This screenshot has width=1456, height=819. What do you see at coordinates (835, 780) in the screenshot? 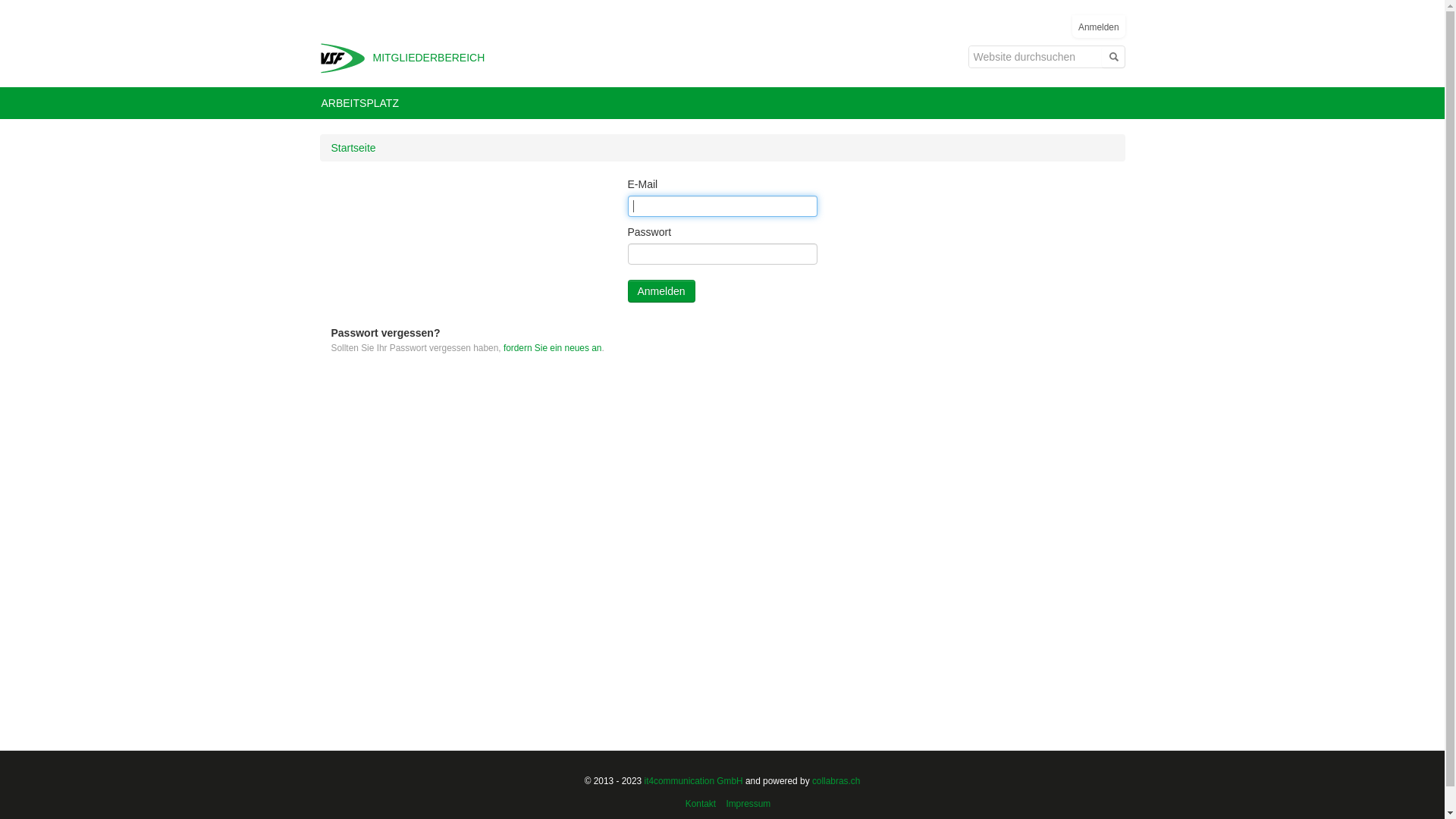
I see `'collabras.ch'` at bounding box center [835, 780].